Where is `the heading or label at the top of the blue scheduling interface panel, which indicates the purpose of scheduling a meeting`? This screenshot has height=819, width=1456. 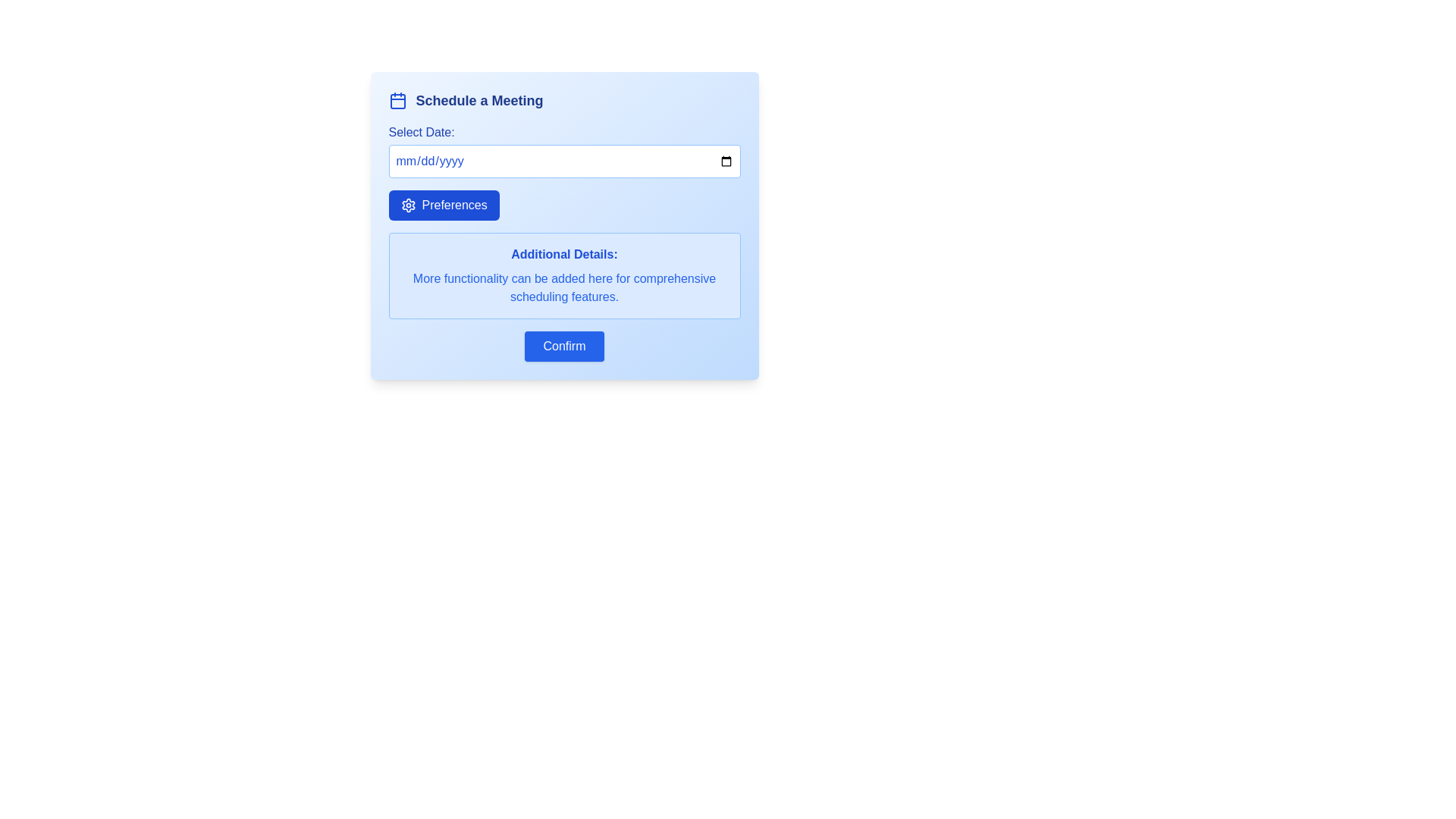 the heading or label at the top of the blue scheduling interface panel, which indicates the purpose of scheduling a meeting is located at coordinates (479, 100).